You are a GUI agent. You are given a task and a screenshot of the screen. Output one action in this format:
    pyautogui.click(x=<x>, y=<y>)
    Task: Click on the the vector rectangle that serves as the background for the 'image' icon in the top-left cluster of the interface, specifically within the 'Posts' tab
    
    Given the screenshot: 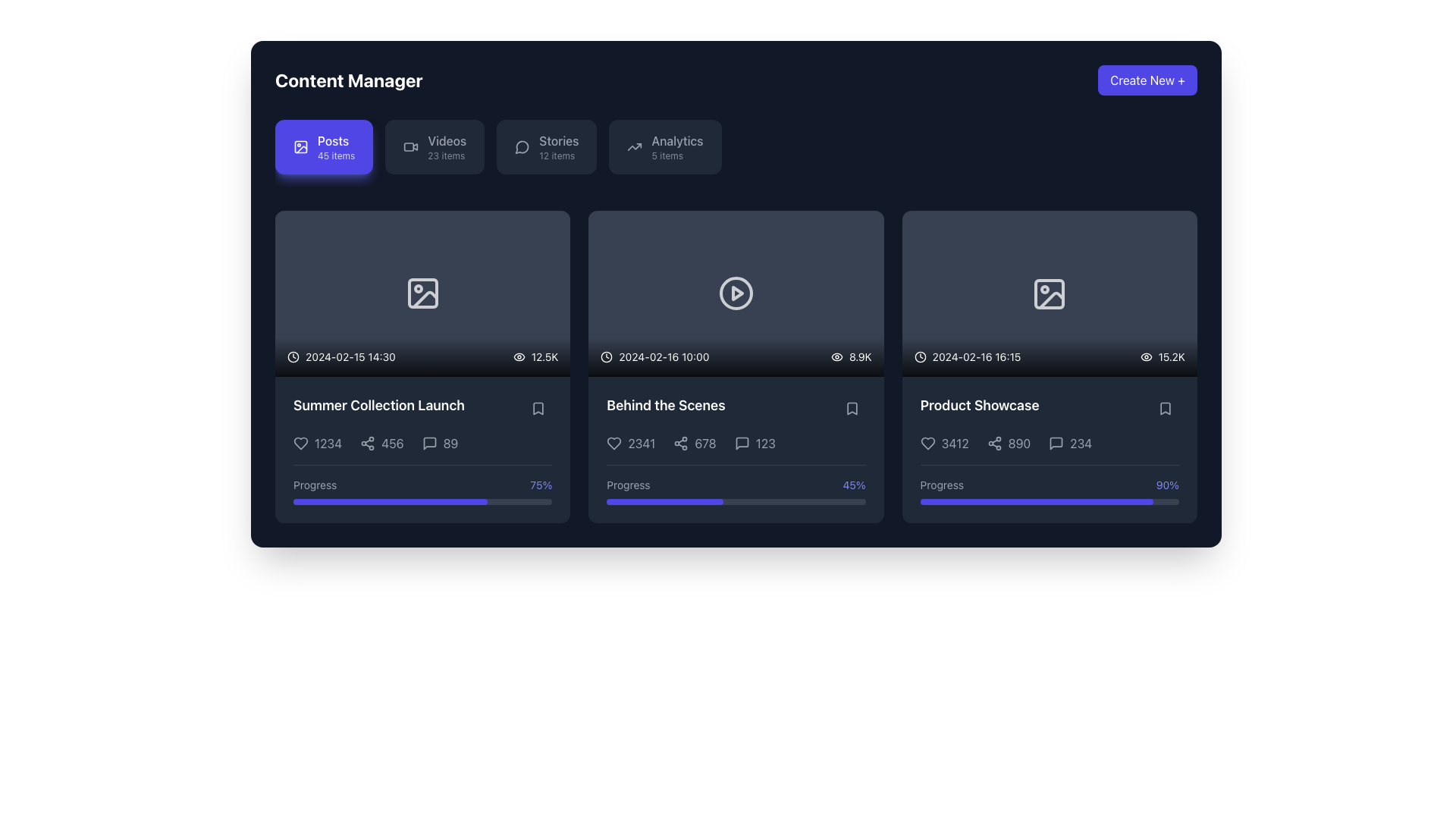 What is the action you would take?
    pyautogui.click(x=301, y=146)
    